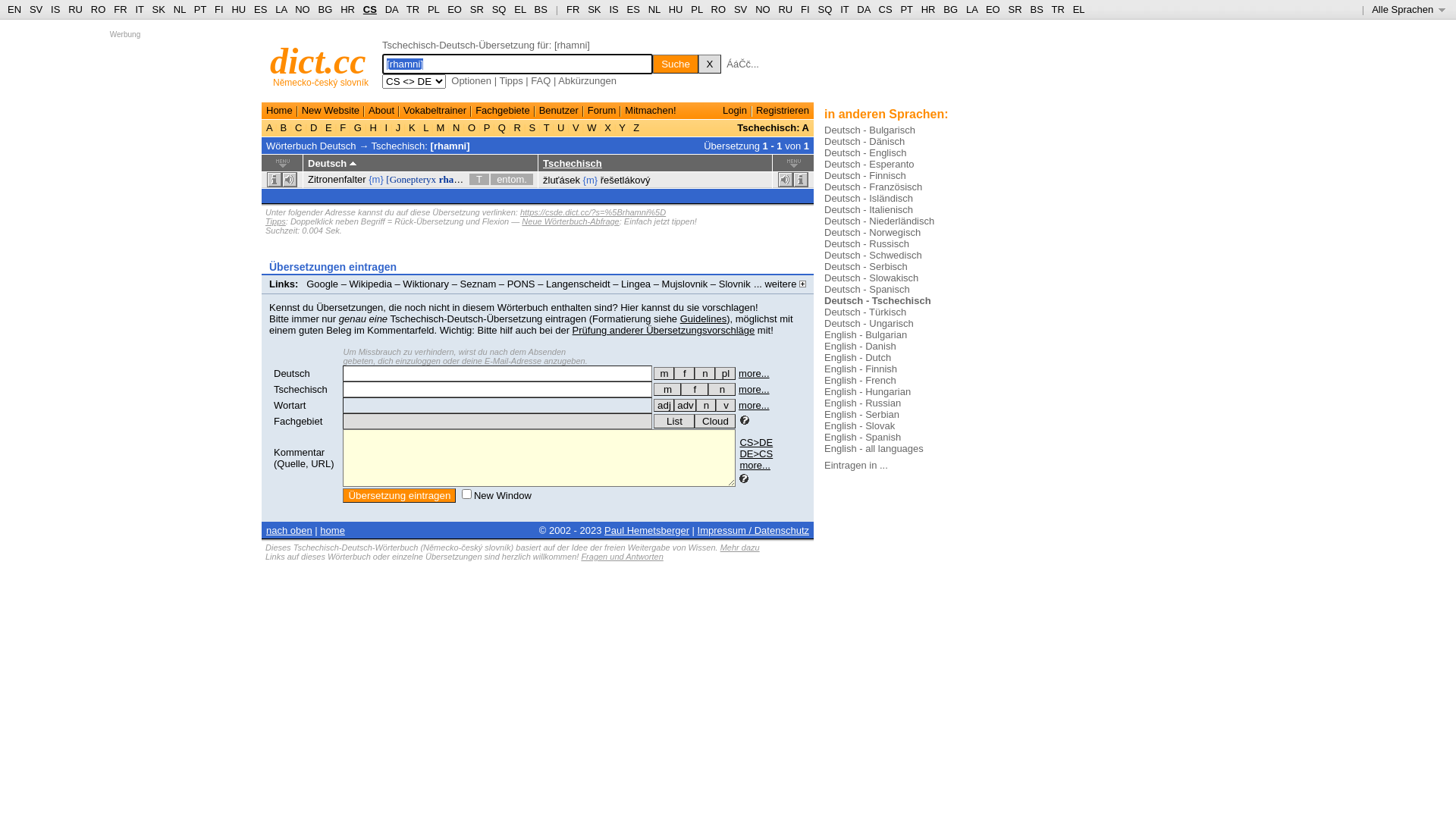 This screenshot has height=819, width=1456. I want to click on 'DA', so click(863, 9).